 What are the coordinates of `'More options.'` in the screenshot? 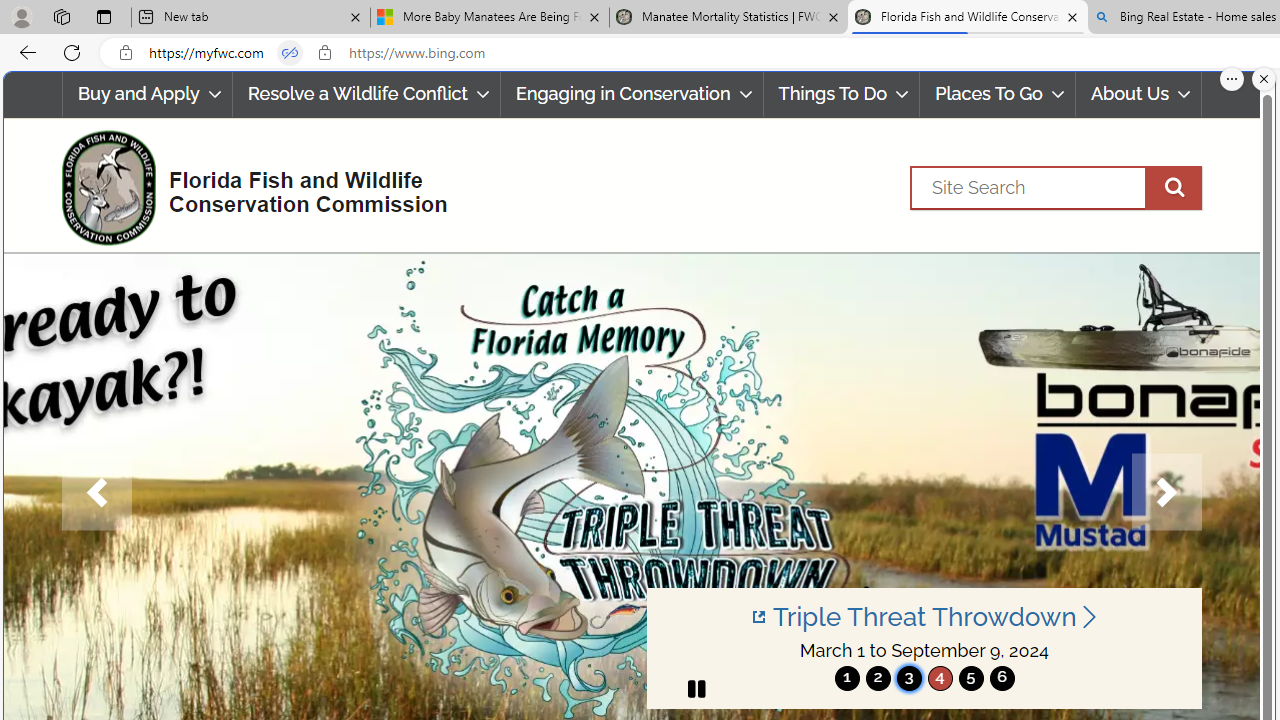 It's located at (1231, 78).